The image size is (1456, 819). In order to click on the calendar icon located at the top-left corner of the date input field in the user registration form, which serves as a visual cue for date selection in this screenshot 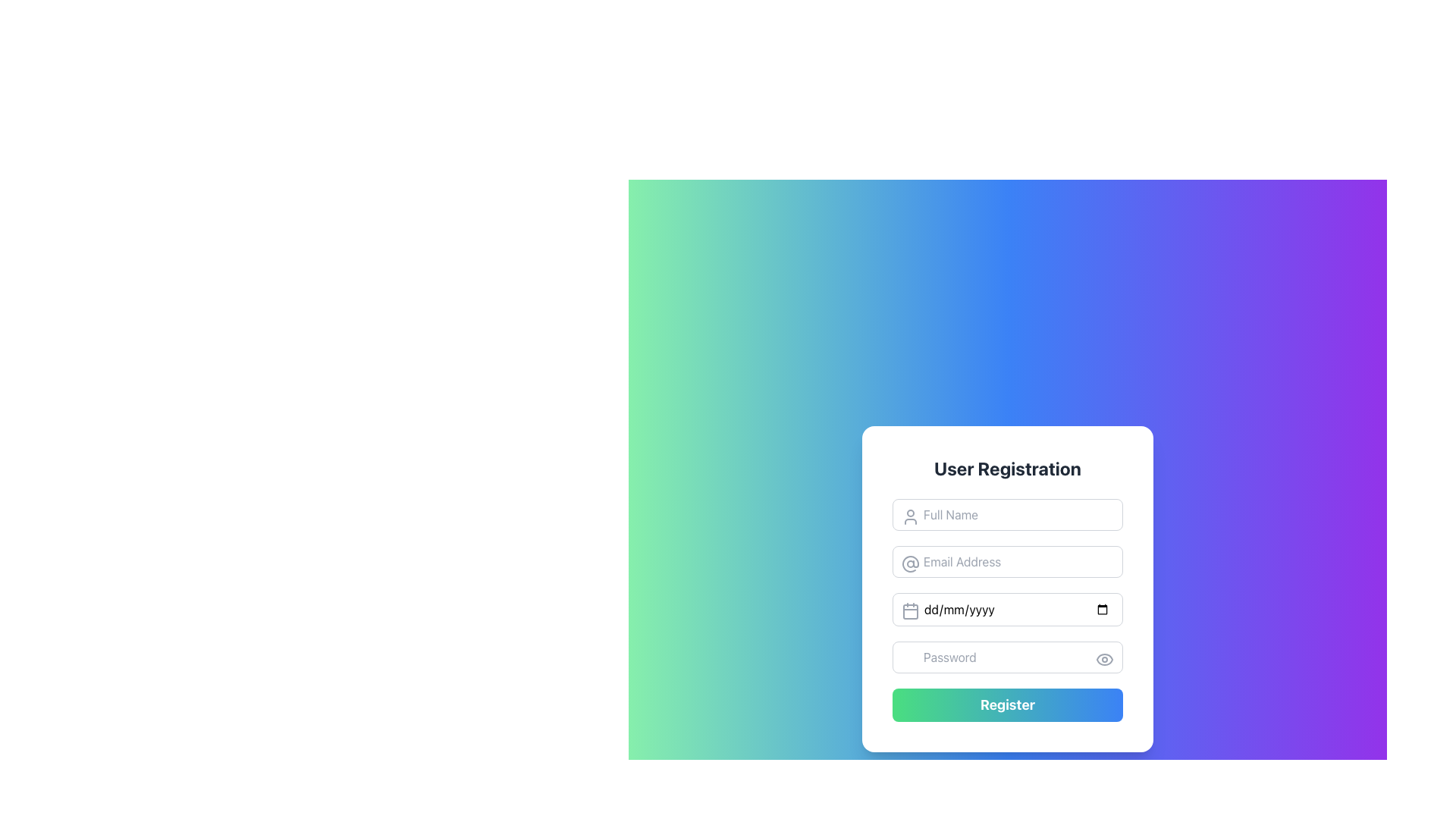, I will do `click(910, 610)`.